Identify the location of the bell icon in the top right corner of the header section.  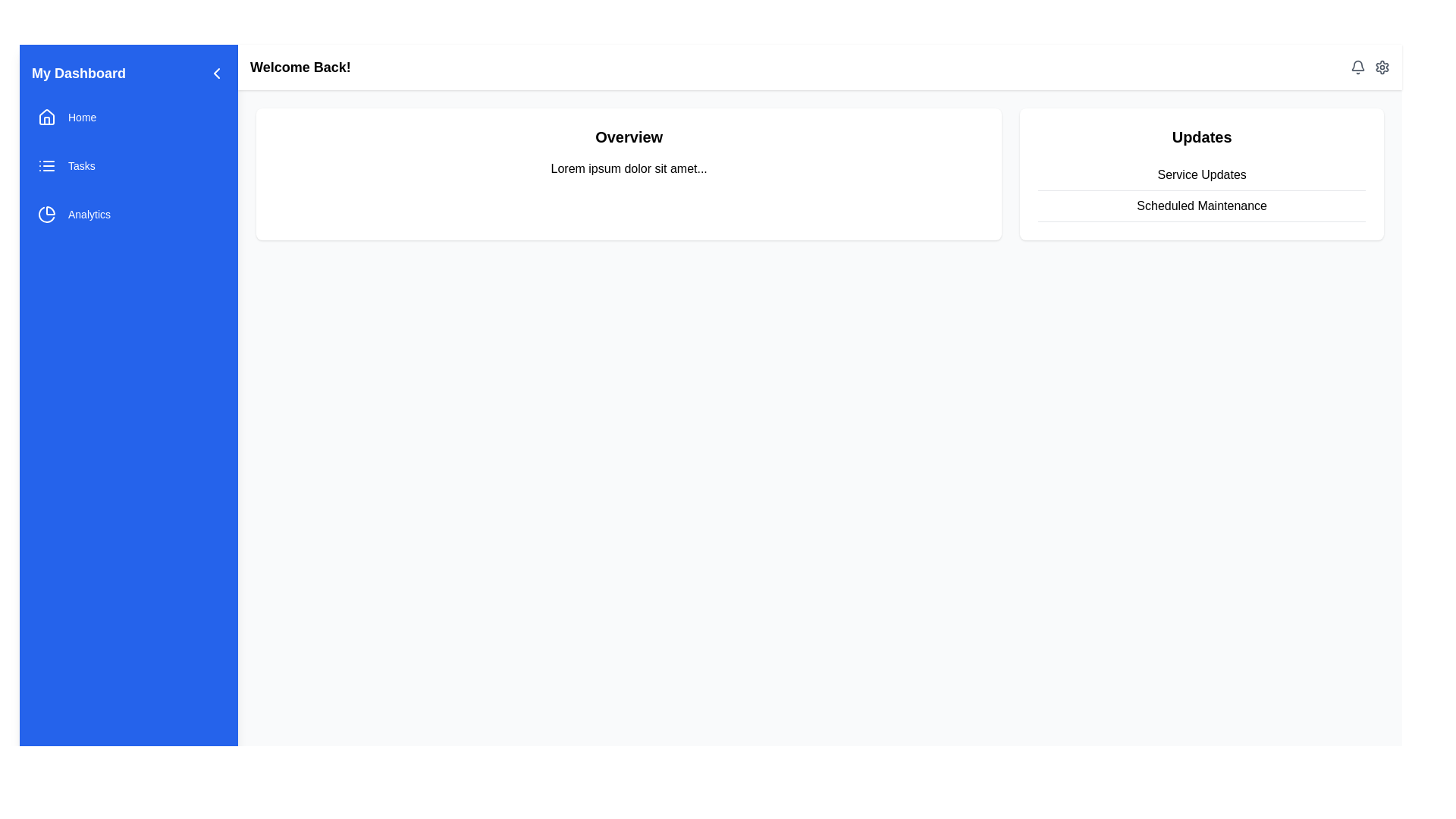
(1370, 66).